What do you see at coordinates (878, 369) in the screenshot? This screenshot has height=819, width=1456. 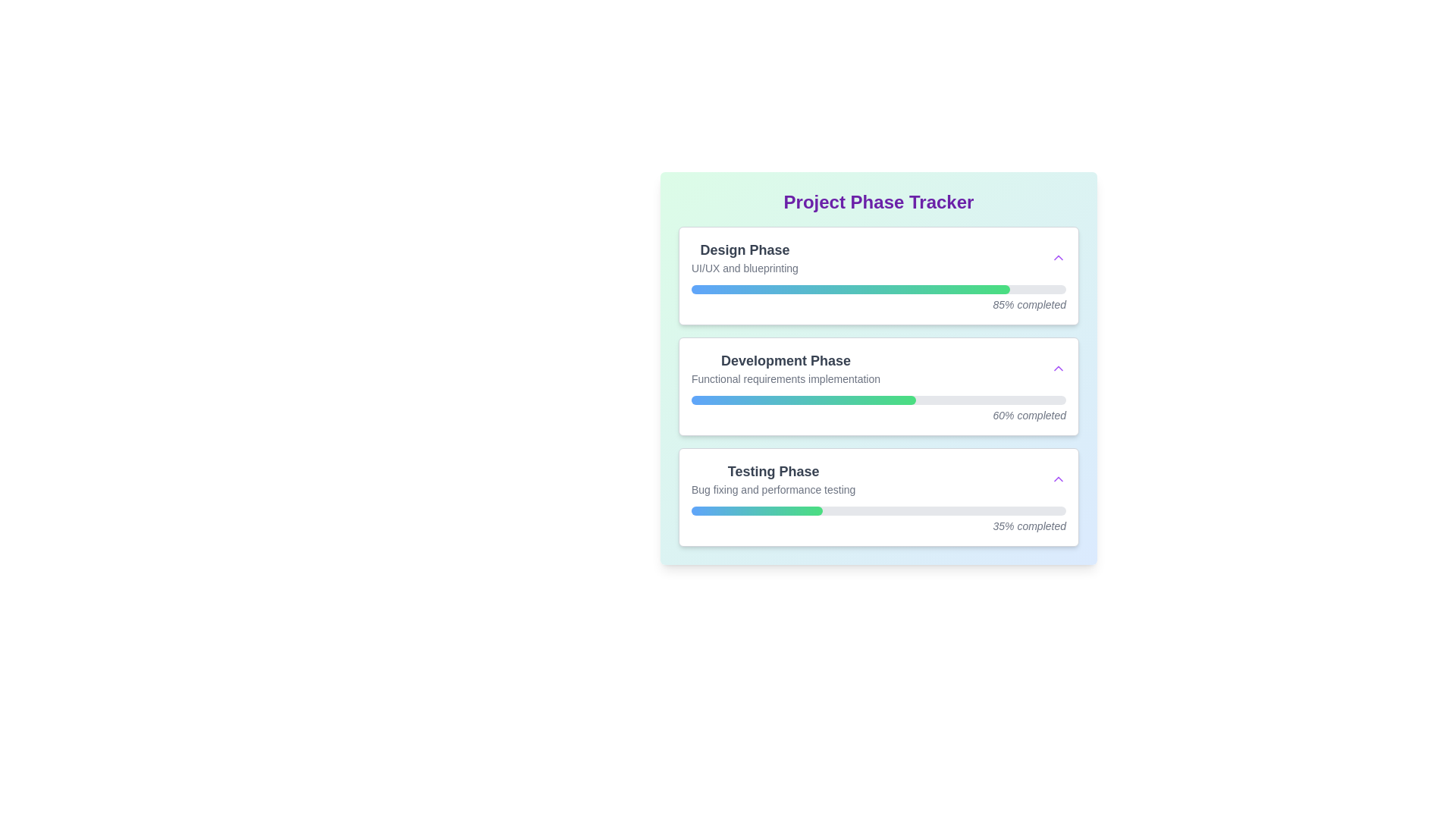 I see `the Progress Display Section which visualizes the progress of the 'Development Phase' in the 'Project Phase Tracker' component` at bounding box center [878, 369].